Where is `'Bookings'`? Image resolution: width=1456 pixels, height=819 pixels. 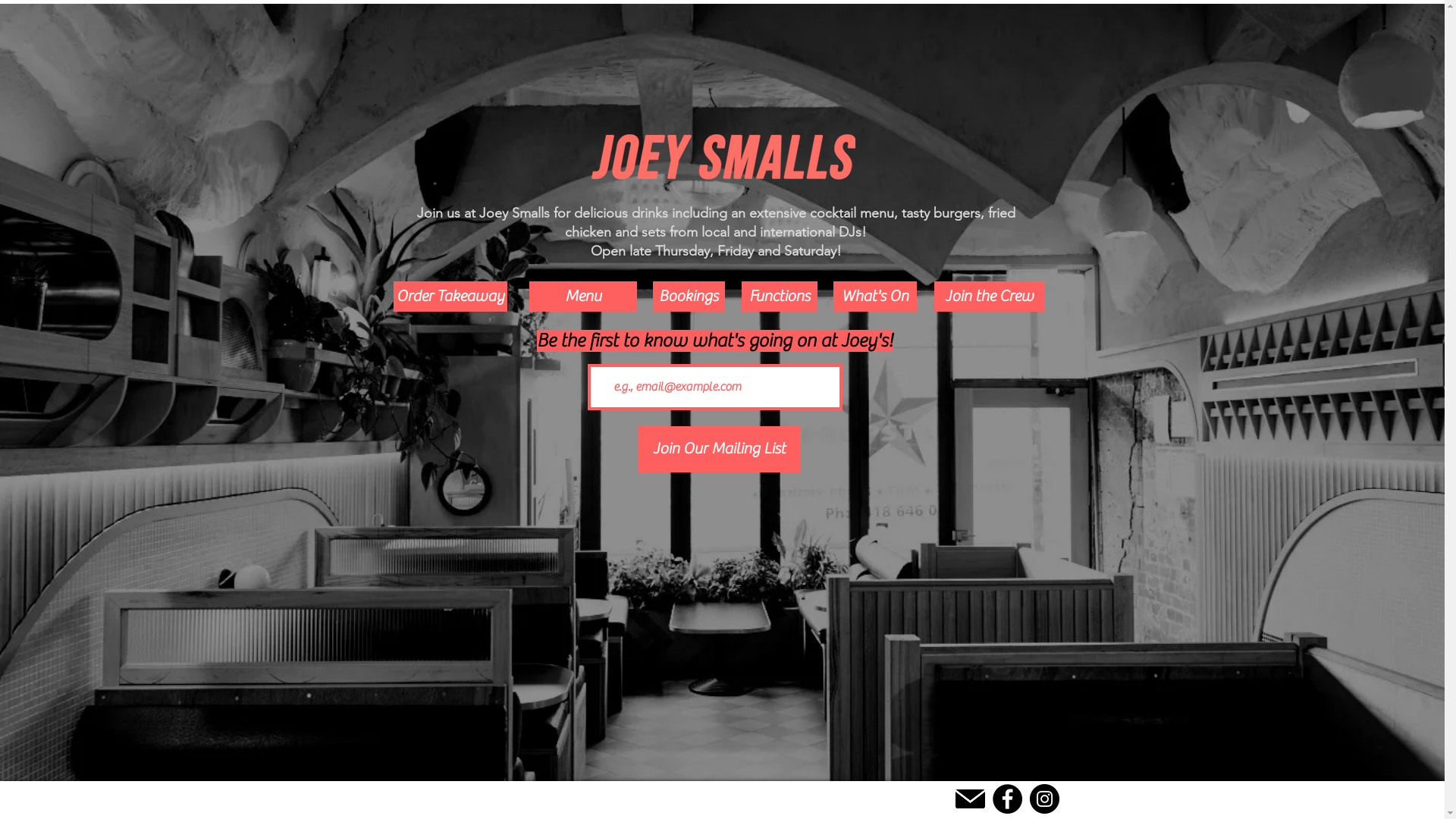 'Bookings' is located at coordinates (651, 296).